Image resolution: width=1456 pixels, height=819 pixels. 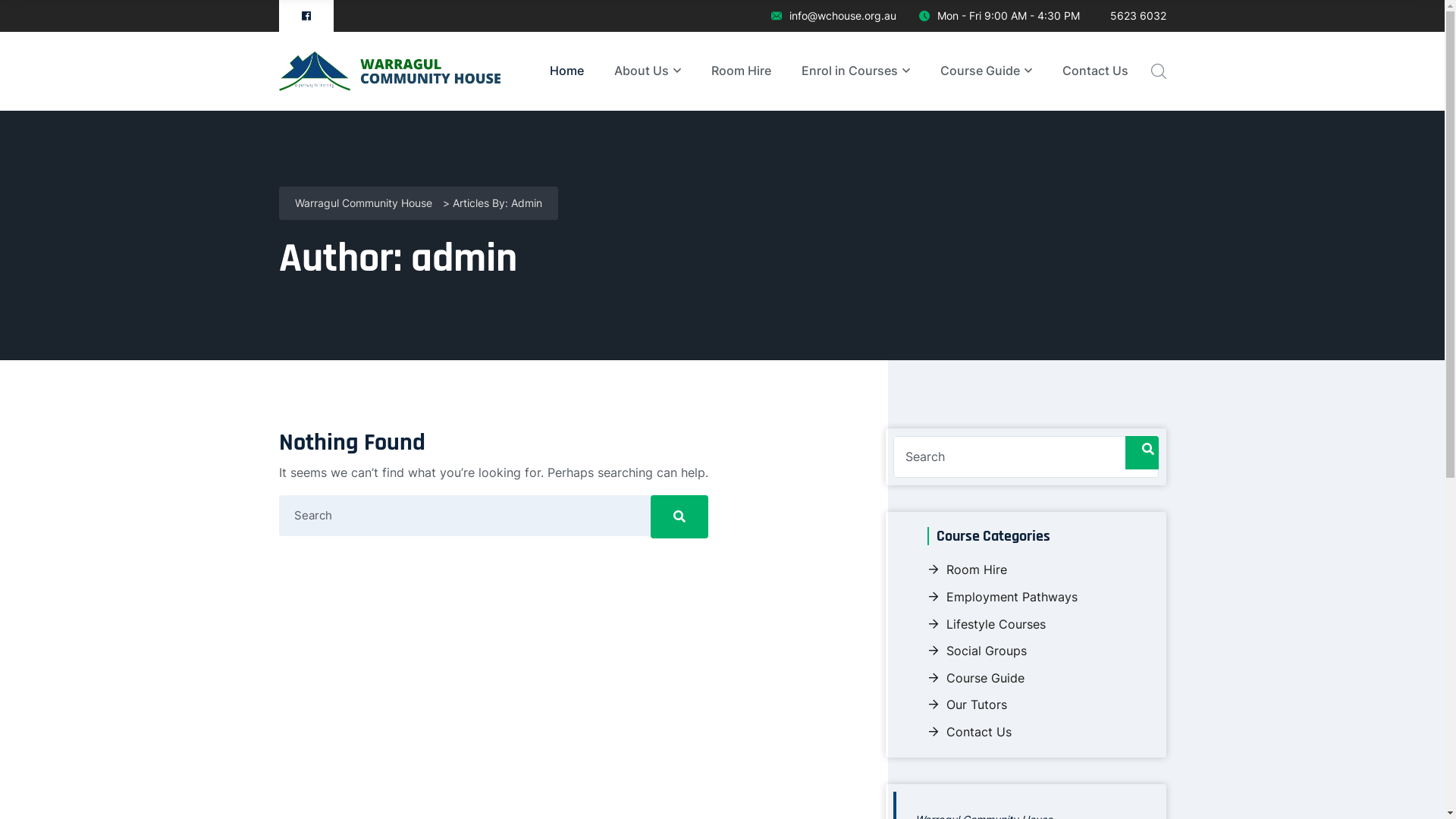 What do you see at coordinates (1001, 595) in the screenshot?
I see `'Employment Pathways'` at bounding box center [1001, 595].